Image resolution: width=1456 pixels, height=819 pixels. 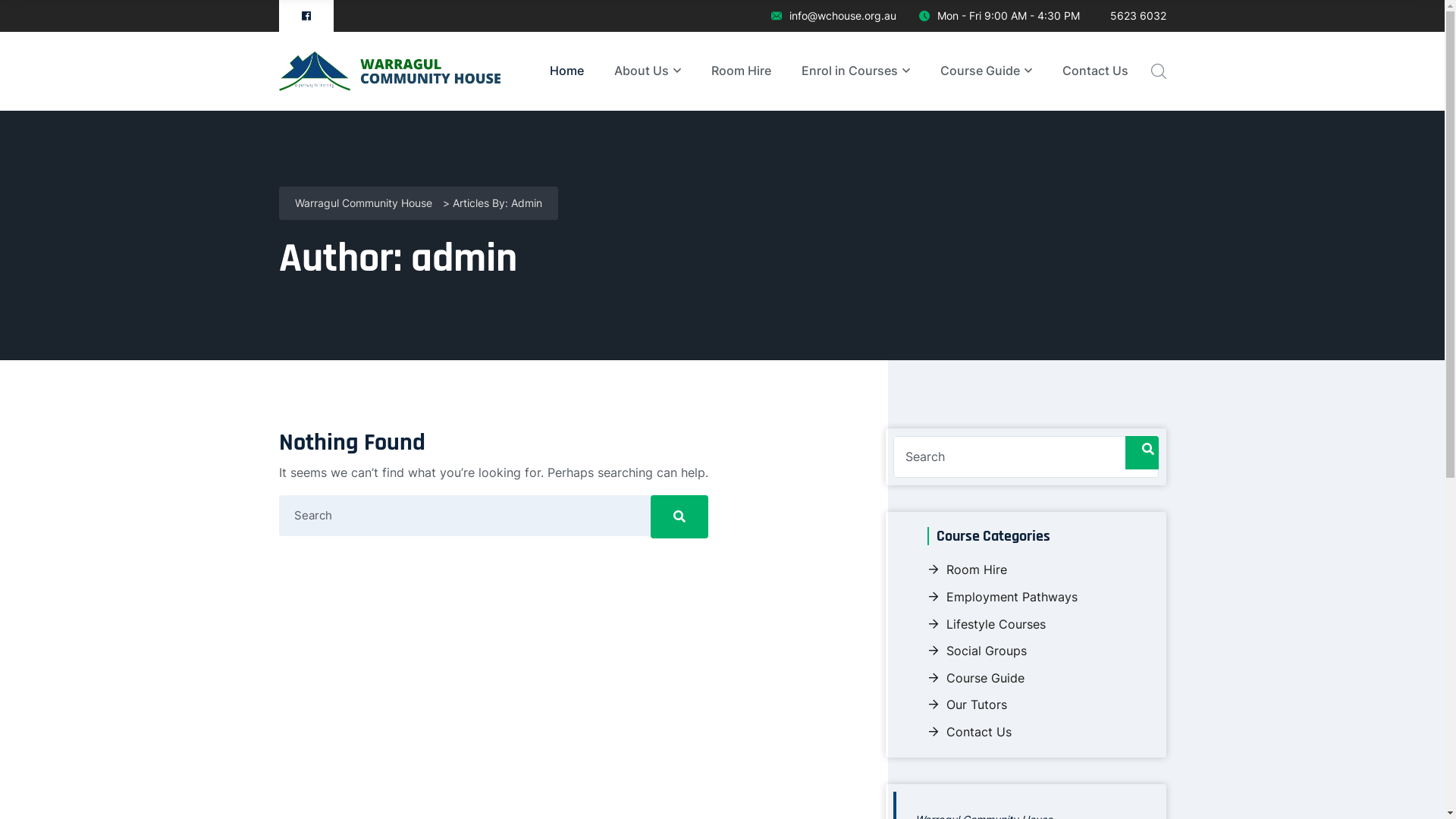 What do you see at coordinates (1001, 595) in the screenshot?
I see `'Employment Pathways'` at bounding box center [1001, 595].